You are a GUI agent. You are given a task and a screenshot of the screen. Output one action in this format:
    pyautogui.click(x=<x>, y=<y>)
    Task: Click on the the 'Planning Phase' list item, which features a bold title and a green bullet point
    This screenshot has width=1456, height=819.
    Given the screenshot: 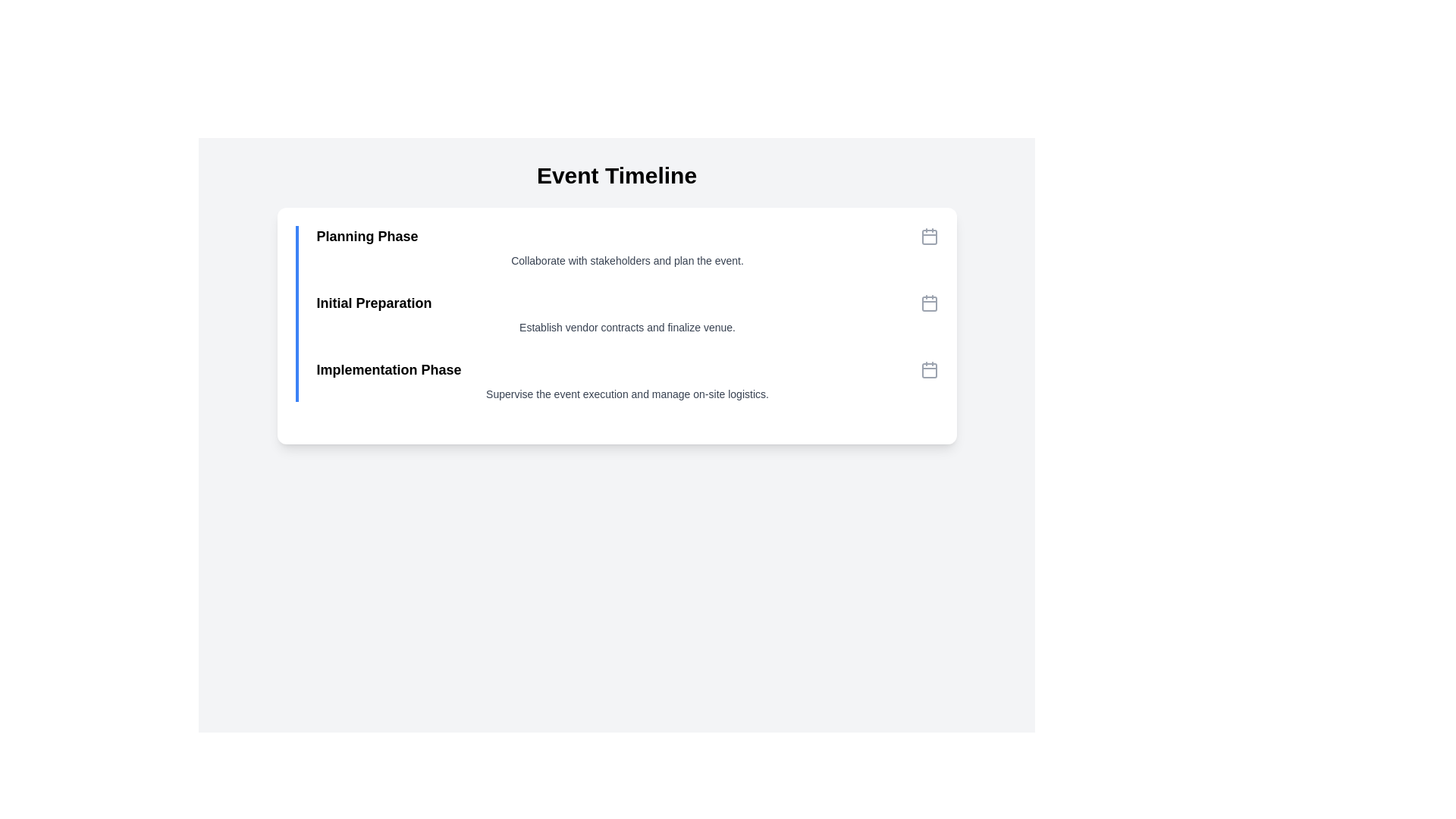 What is the action you would take?
    pyautogui.click(x=618, y=246)
    